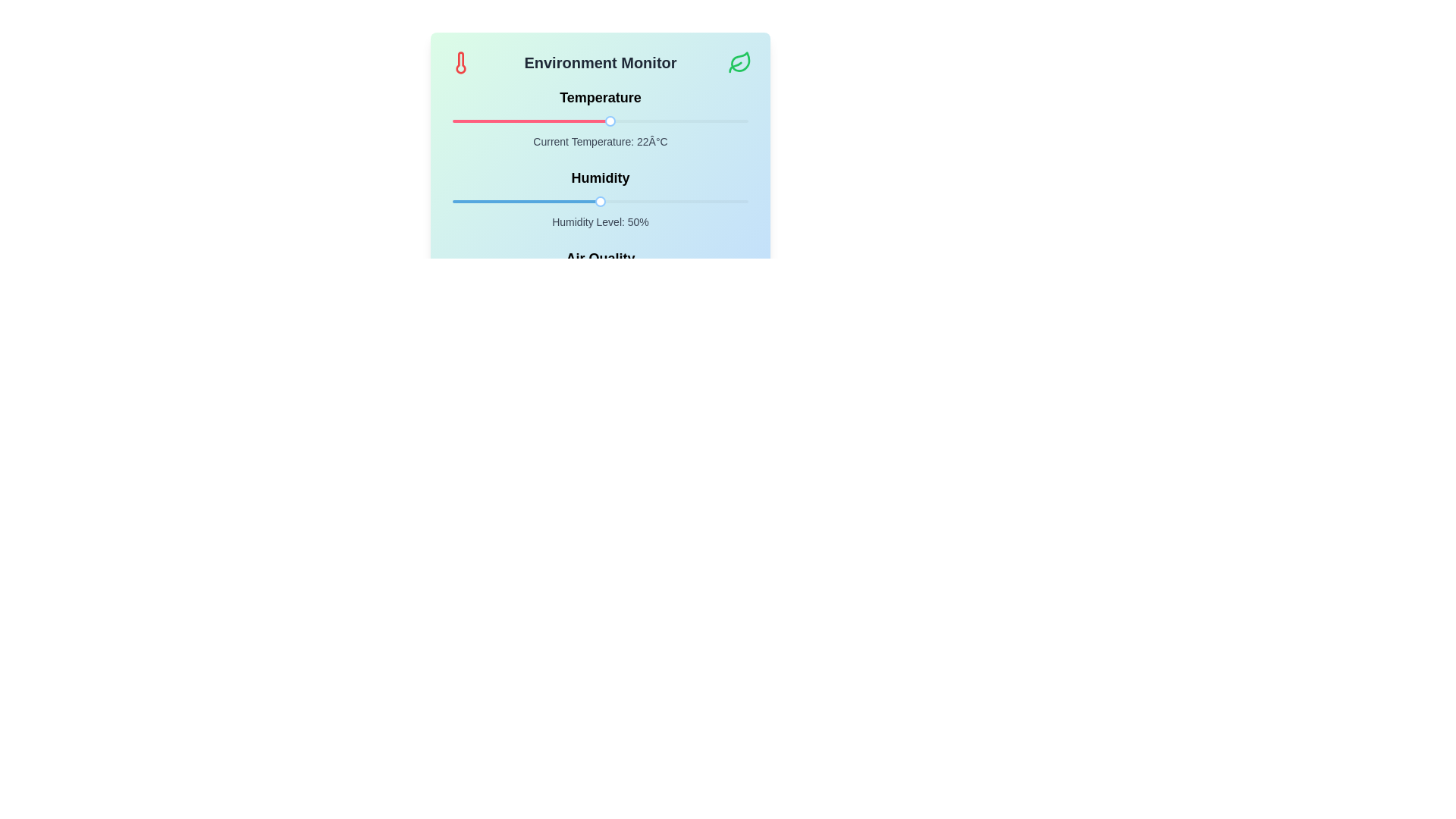  I want to click on humidity, so click(642, 201).